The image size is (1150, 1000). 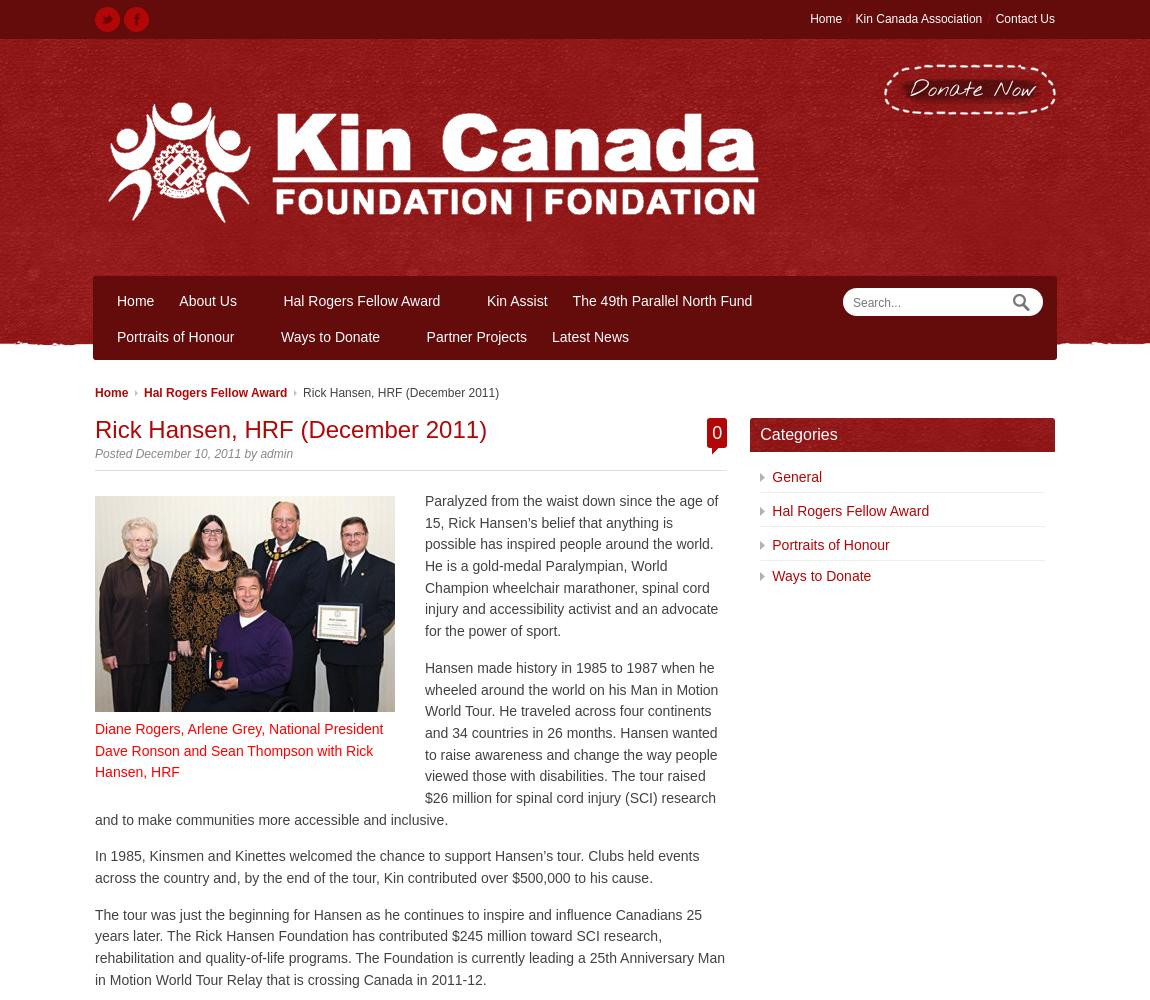 What do you see at coordinates (973, 89) in the screenshot?
I see `'Donate Now'` at bounding box center [973, 89].